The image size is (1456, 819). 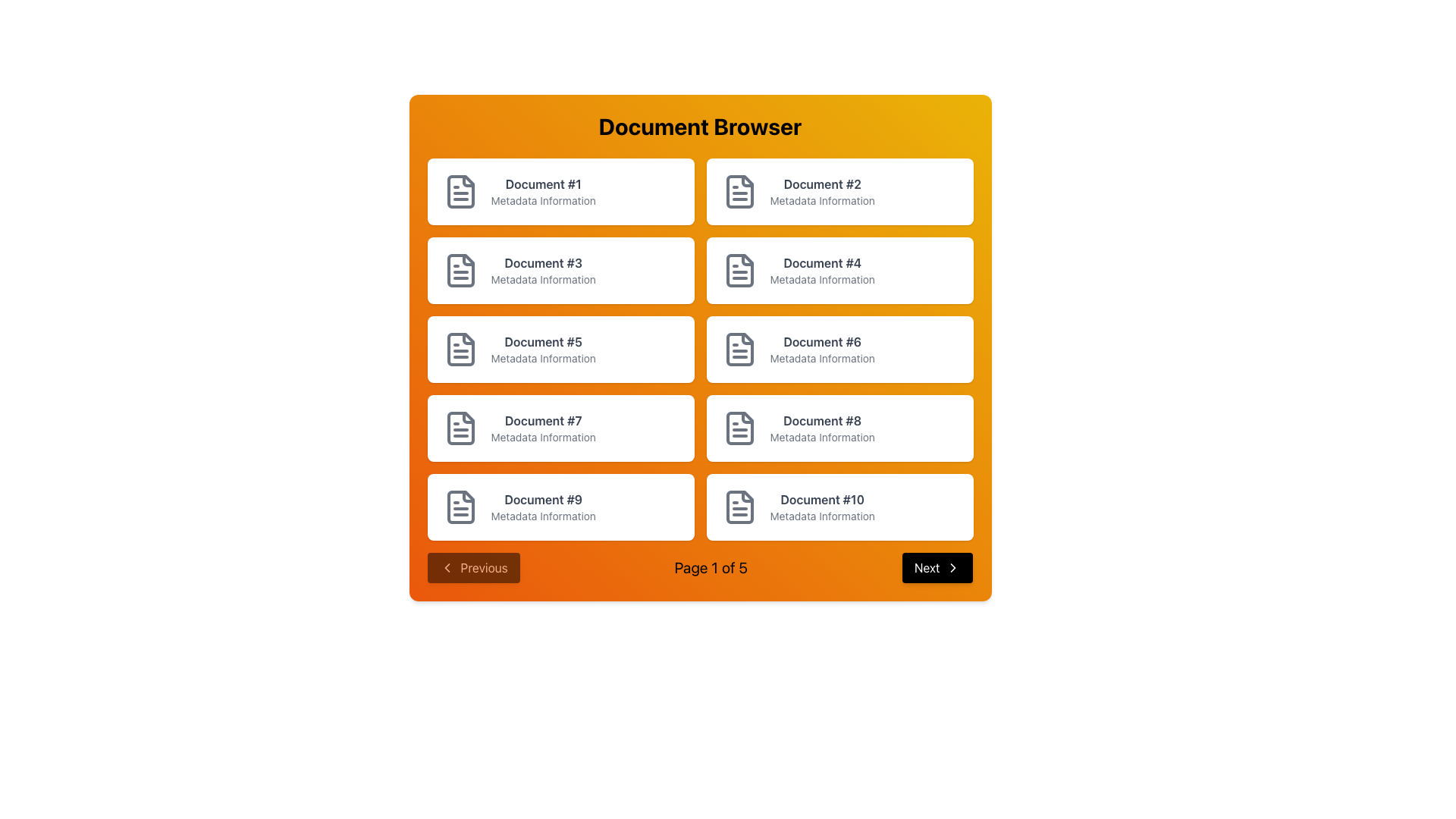 What do you see at coordinates (467, 259) in the screenshot?
I see `the folded corner icon of the document icon, which enhances its visual representation` at bounding box center [467, 259].